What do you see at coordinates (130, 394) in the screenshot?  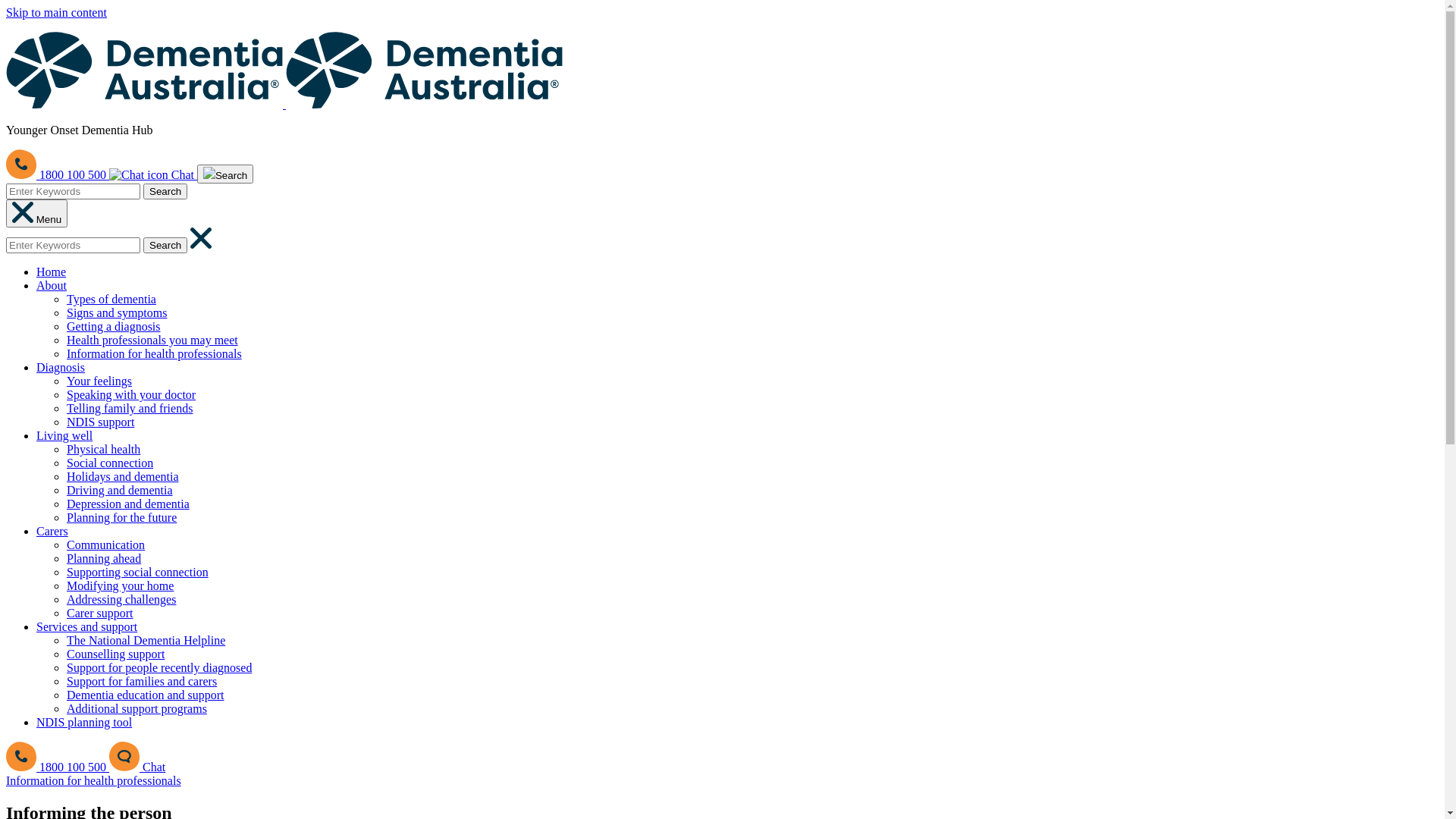 I see `'Speaking with your doctor'` at bounding box center [130, 394].